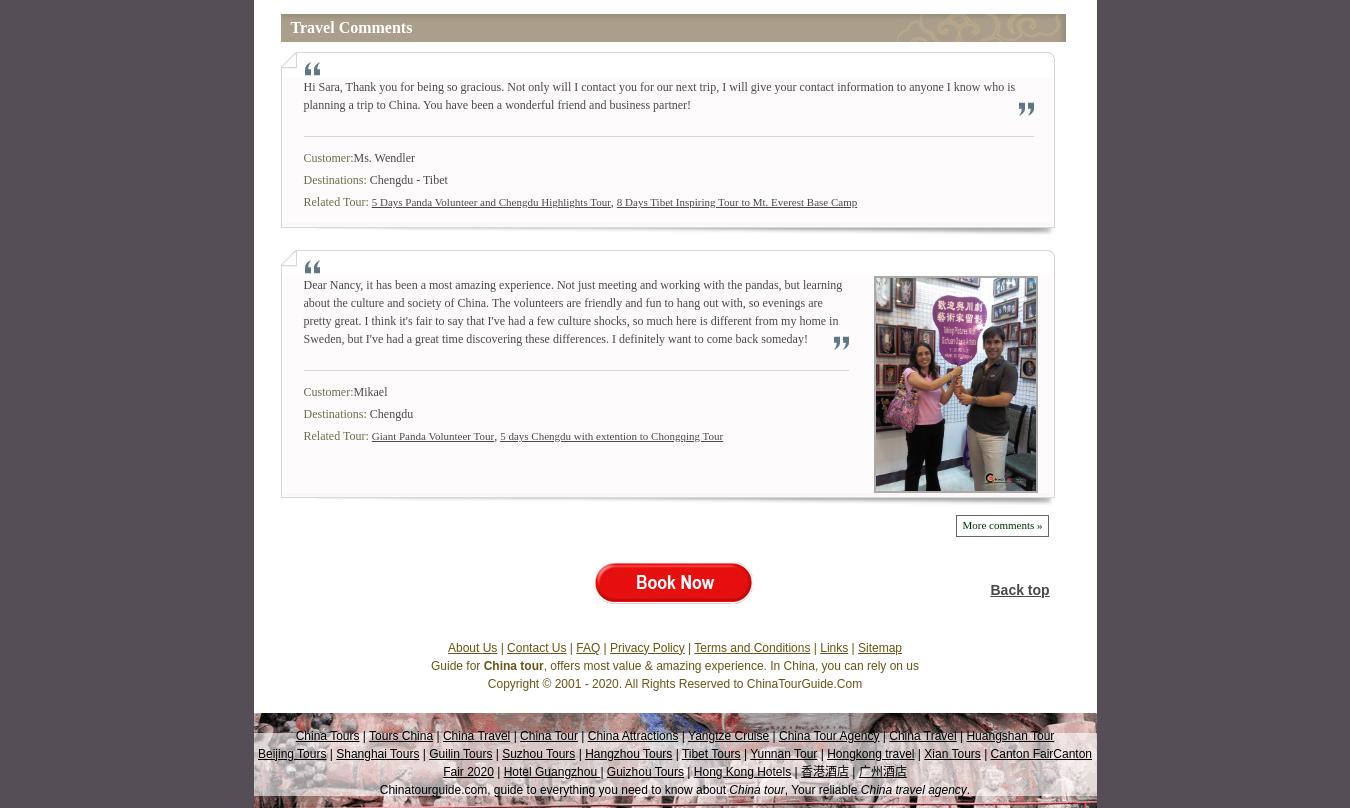  Describe the element at coordinates (470, 646) in the screenshot. I see `'About Us'` at that location.